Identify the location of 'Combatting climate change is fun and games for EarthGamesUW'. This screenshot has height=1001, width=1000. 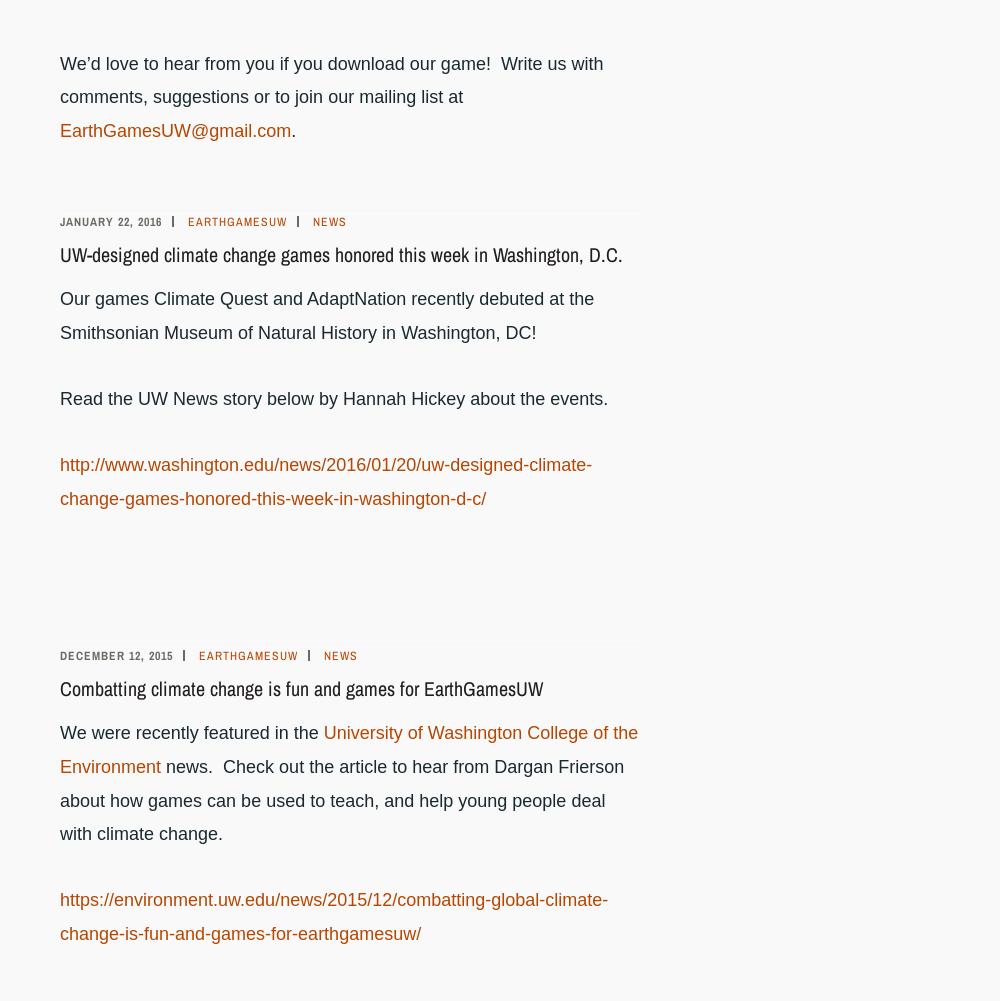
(301, 687).